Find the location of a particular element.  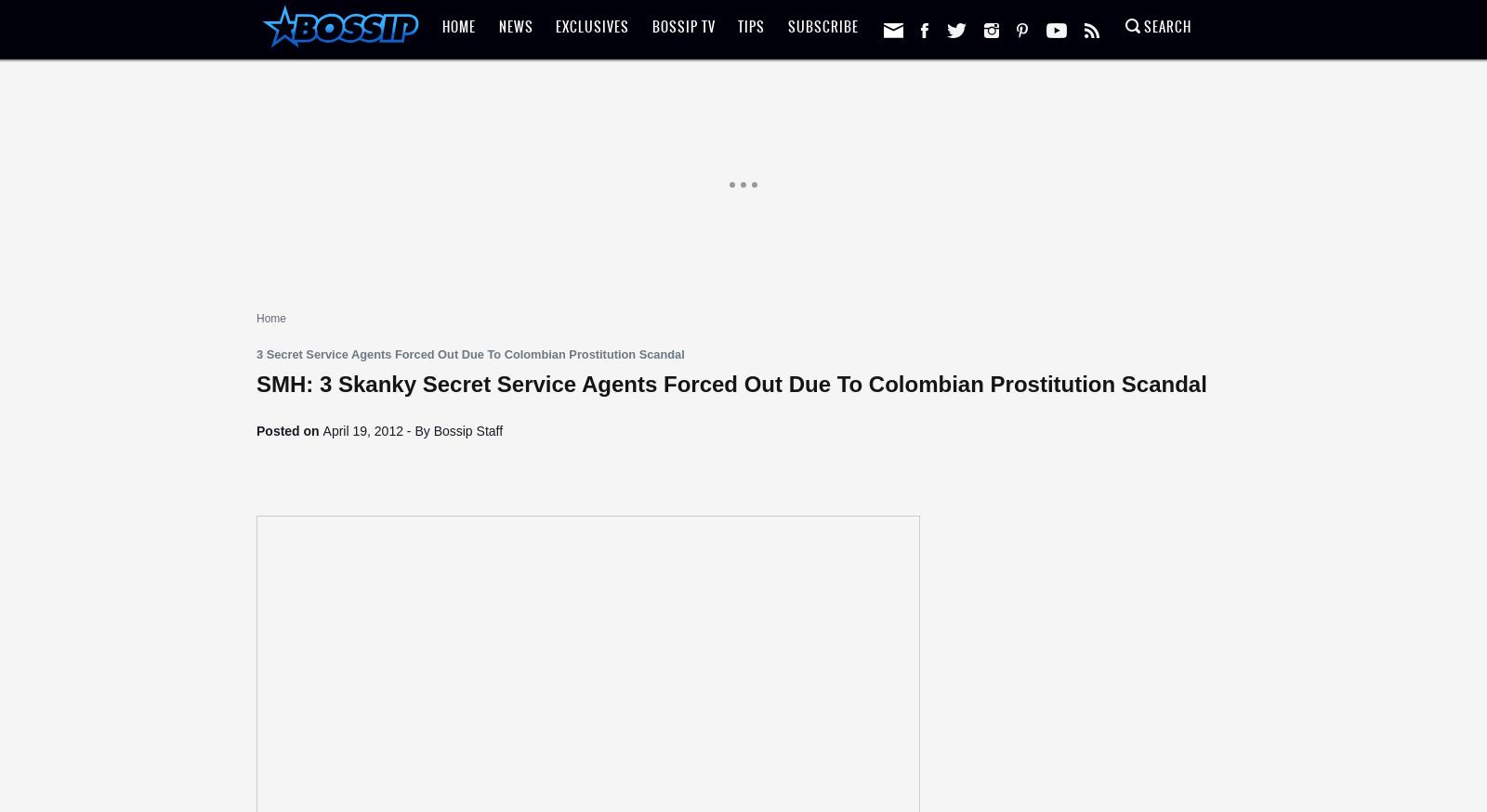

'3 Secret Service Agents Forced Out Due To Colombian Prostitution Scandal' is located at coordinates (469, 354).